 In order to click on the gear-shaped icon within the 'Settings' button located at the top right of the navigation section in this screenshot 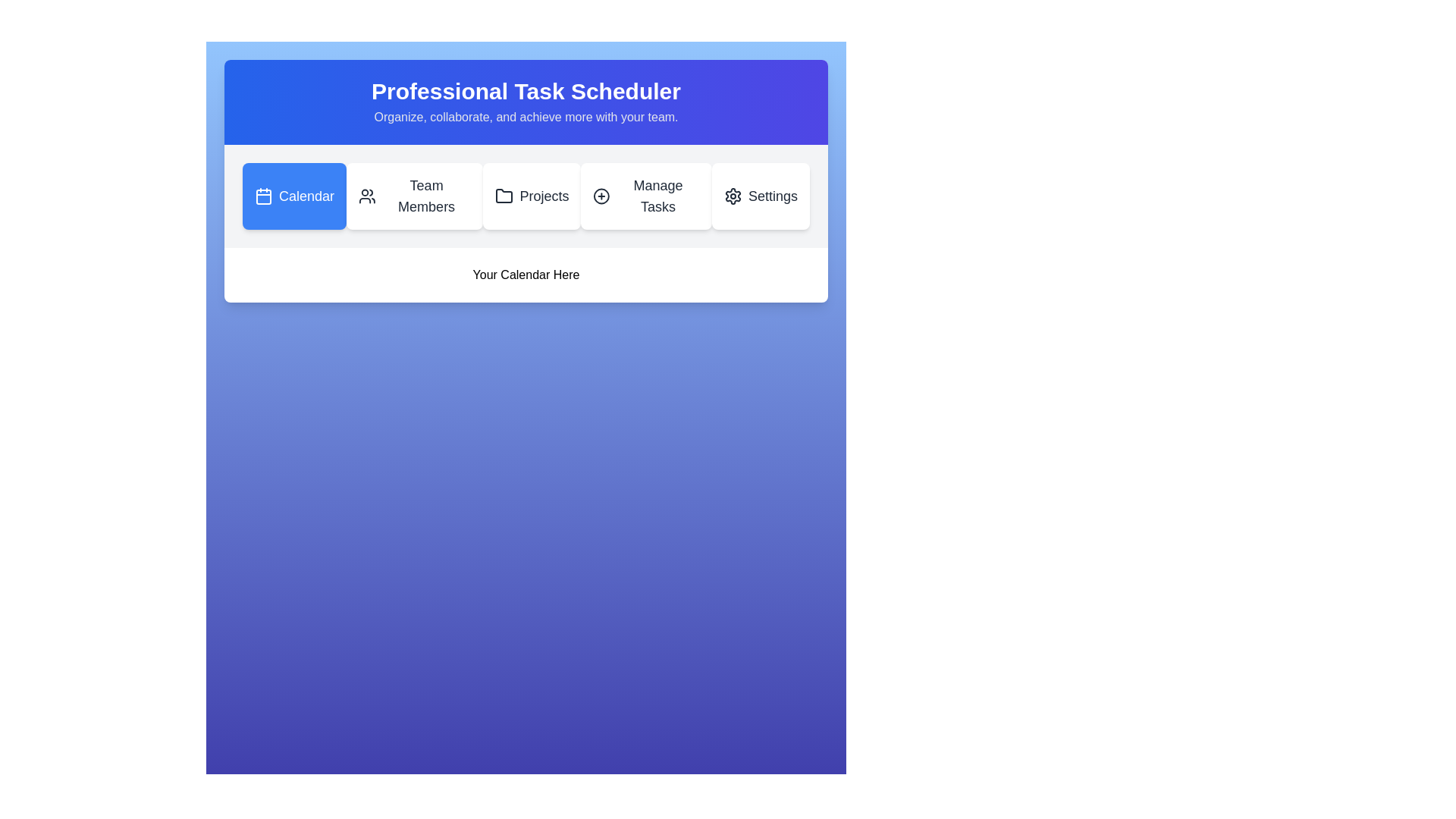, I will do `click(733, 195)`.